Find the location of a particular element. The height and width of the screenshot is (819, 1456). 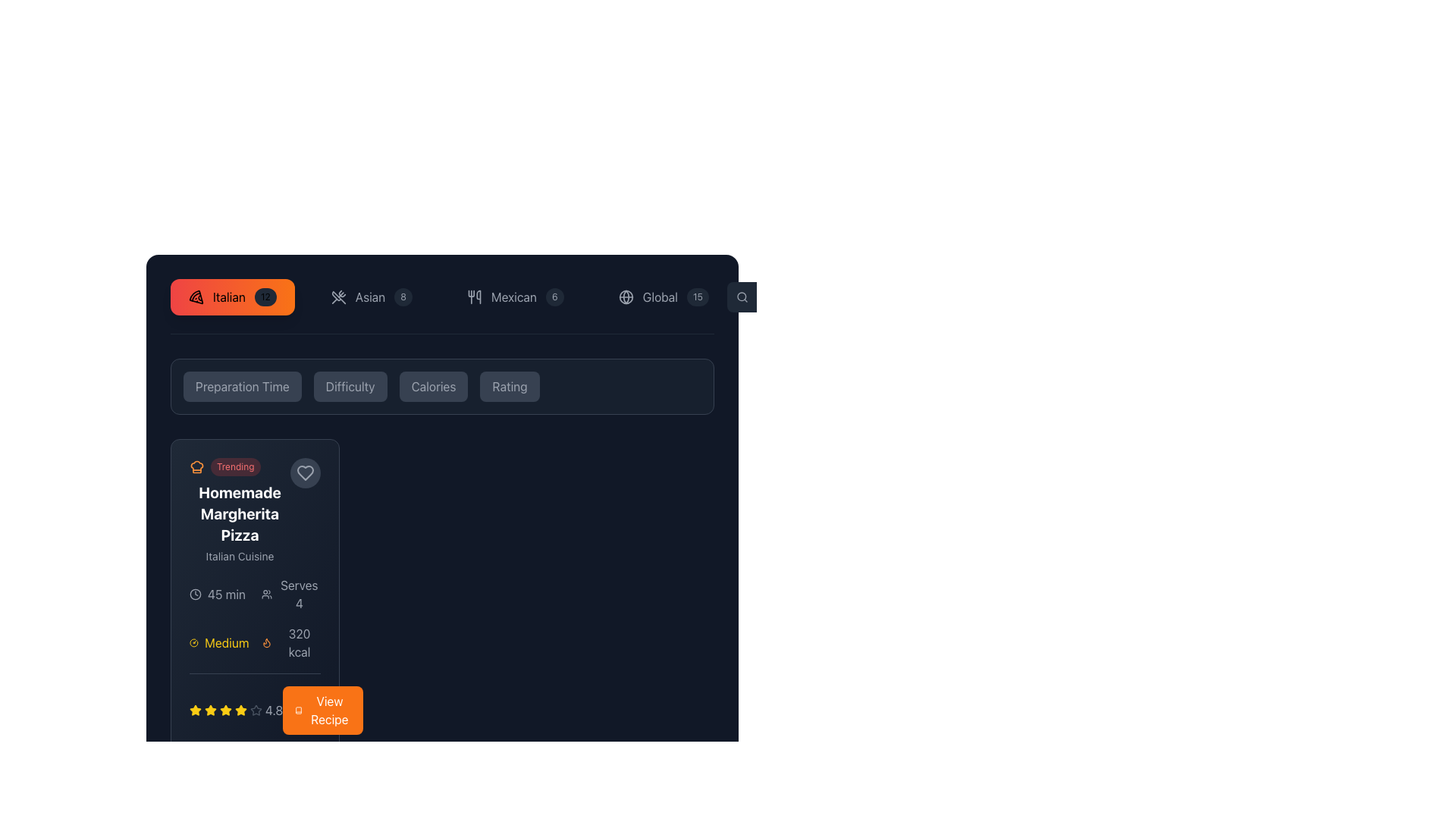

the small circular gauge icon with a yellow outline, which is located to the left of the 'Medium' text in the difficulty level indicator is located at coordinates (193, 643).